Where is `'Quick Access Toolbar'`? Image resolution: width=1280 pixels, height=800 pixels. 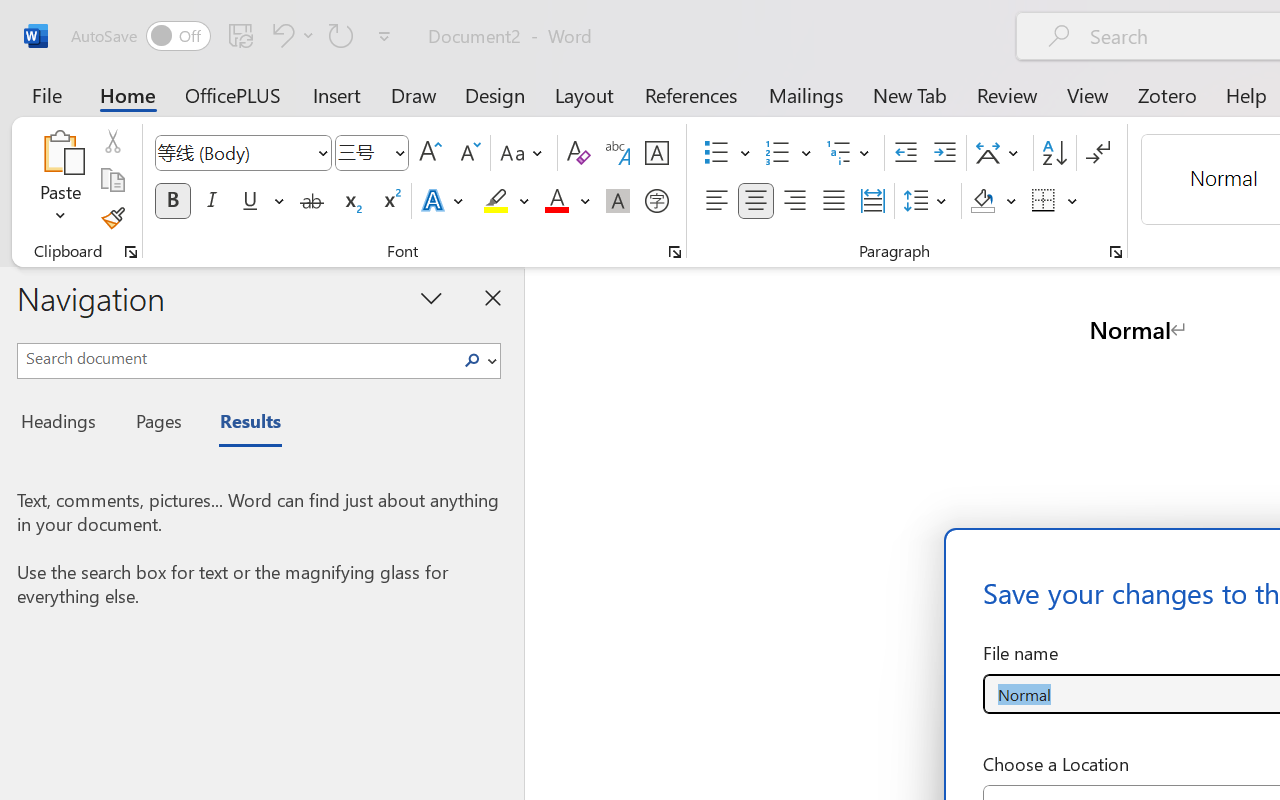 'Quick Access Toolbar' is located at coordinates (234, 35).